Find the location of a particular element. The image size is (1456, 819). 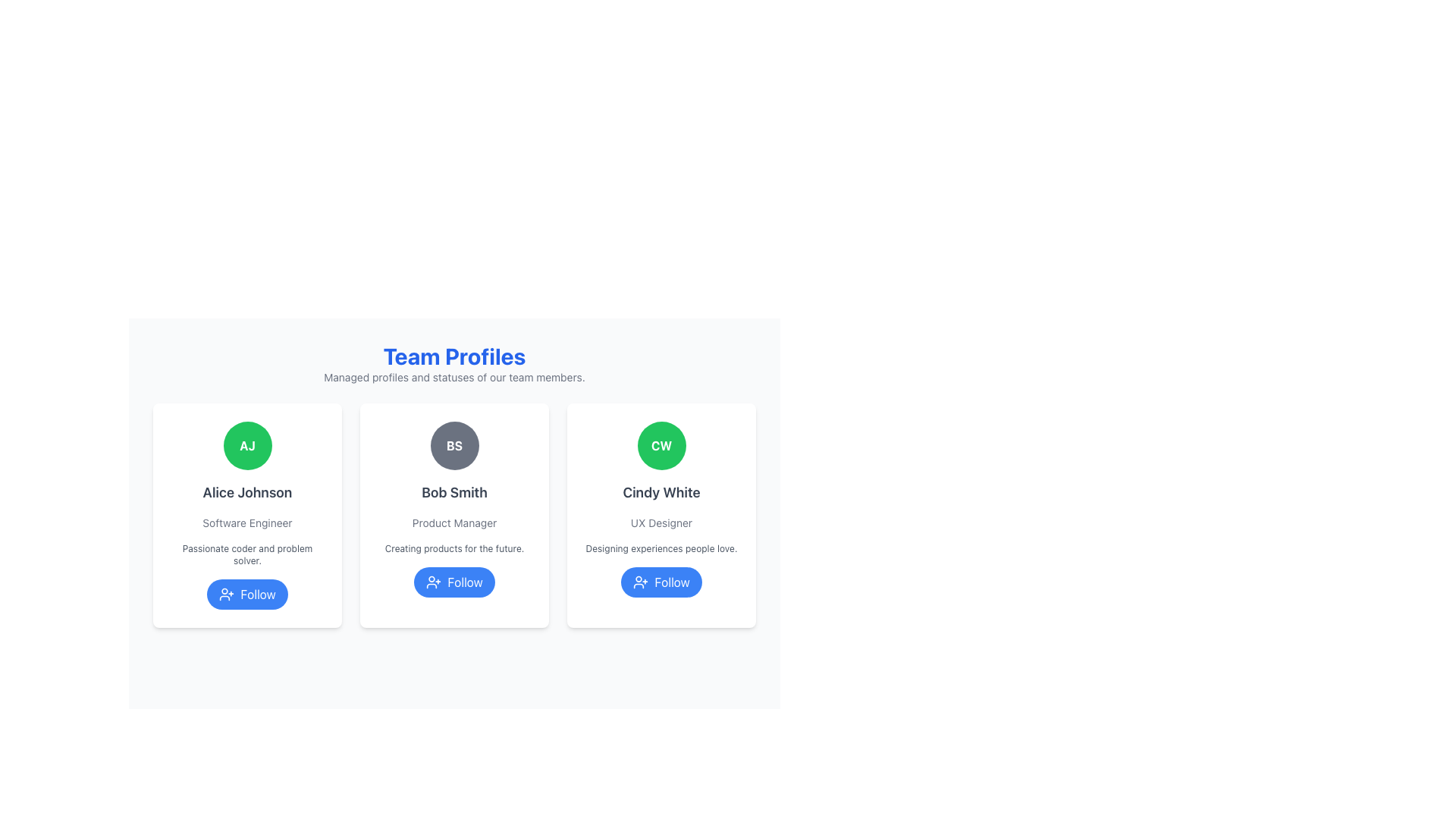

the 'Team Profiles' title text label, which is styled in bold, large blue font, located at the top center of the section above the descriptive text is located at coordinates (453, 356).